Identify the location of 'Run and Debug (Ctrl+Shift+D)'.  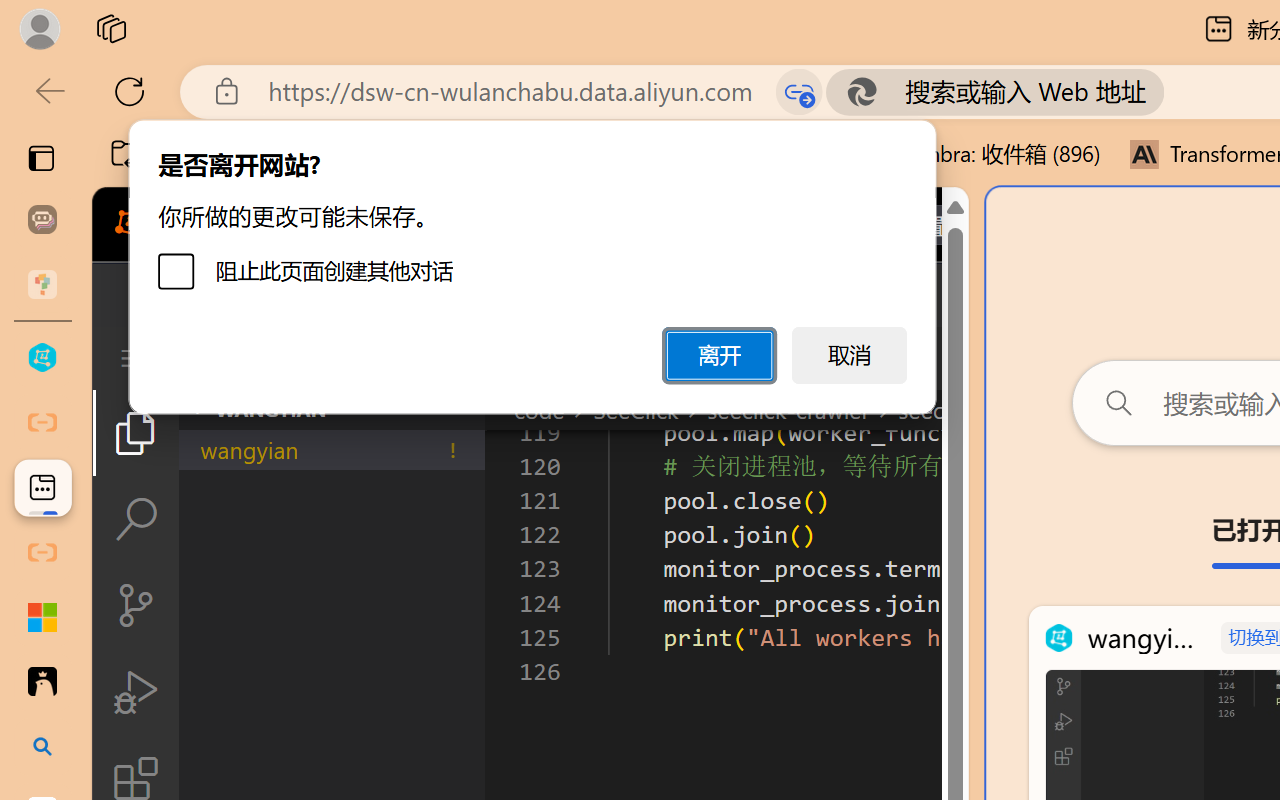
(134, 692).